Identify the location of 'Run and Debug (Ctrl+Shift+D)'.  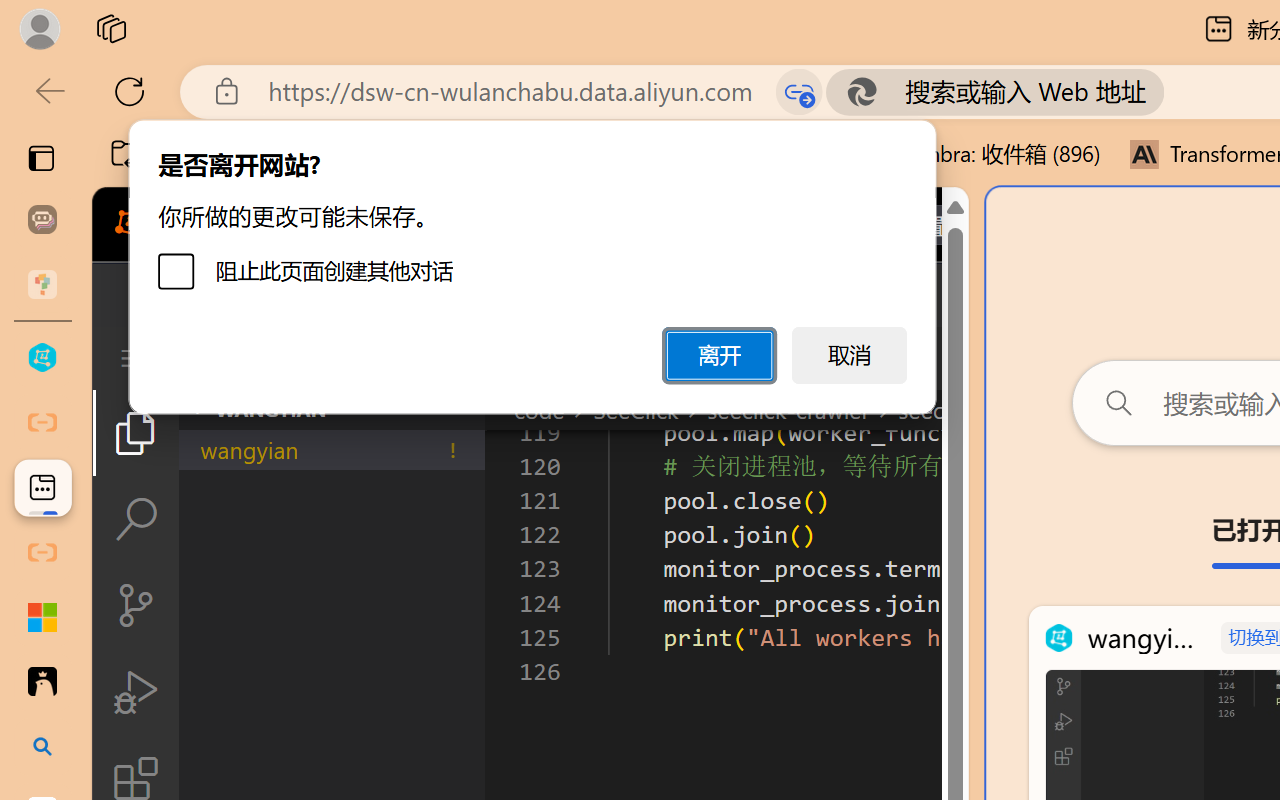
(134, 692).